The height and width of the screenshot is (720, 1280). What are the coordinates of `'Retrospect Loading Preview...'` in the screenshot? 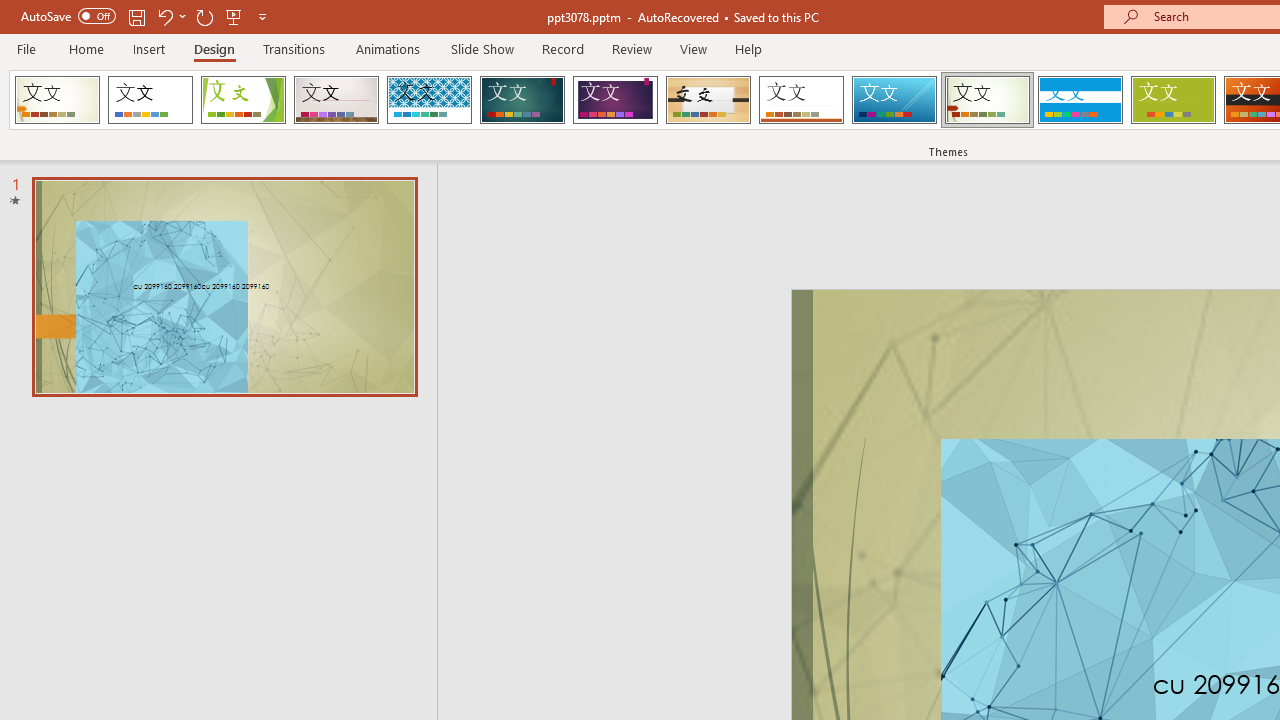 It's located at (801, 100).